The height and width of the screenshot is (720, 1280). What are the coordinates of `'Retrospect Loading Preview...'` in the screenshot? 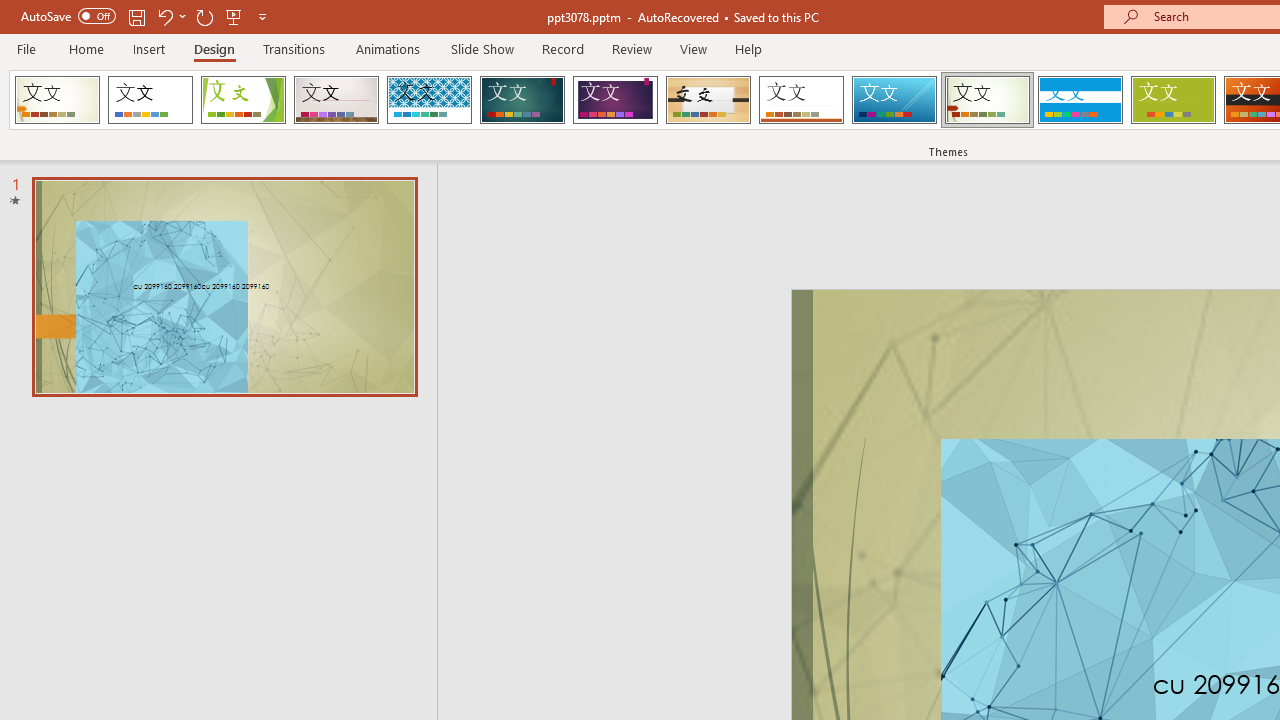 It's located at (801, 100).